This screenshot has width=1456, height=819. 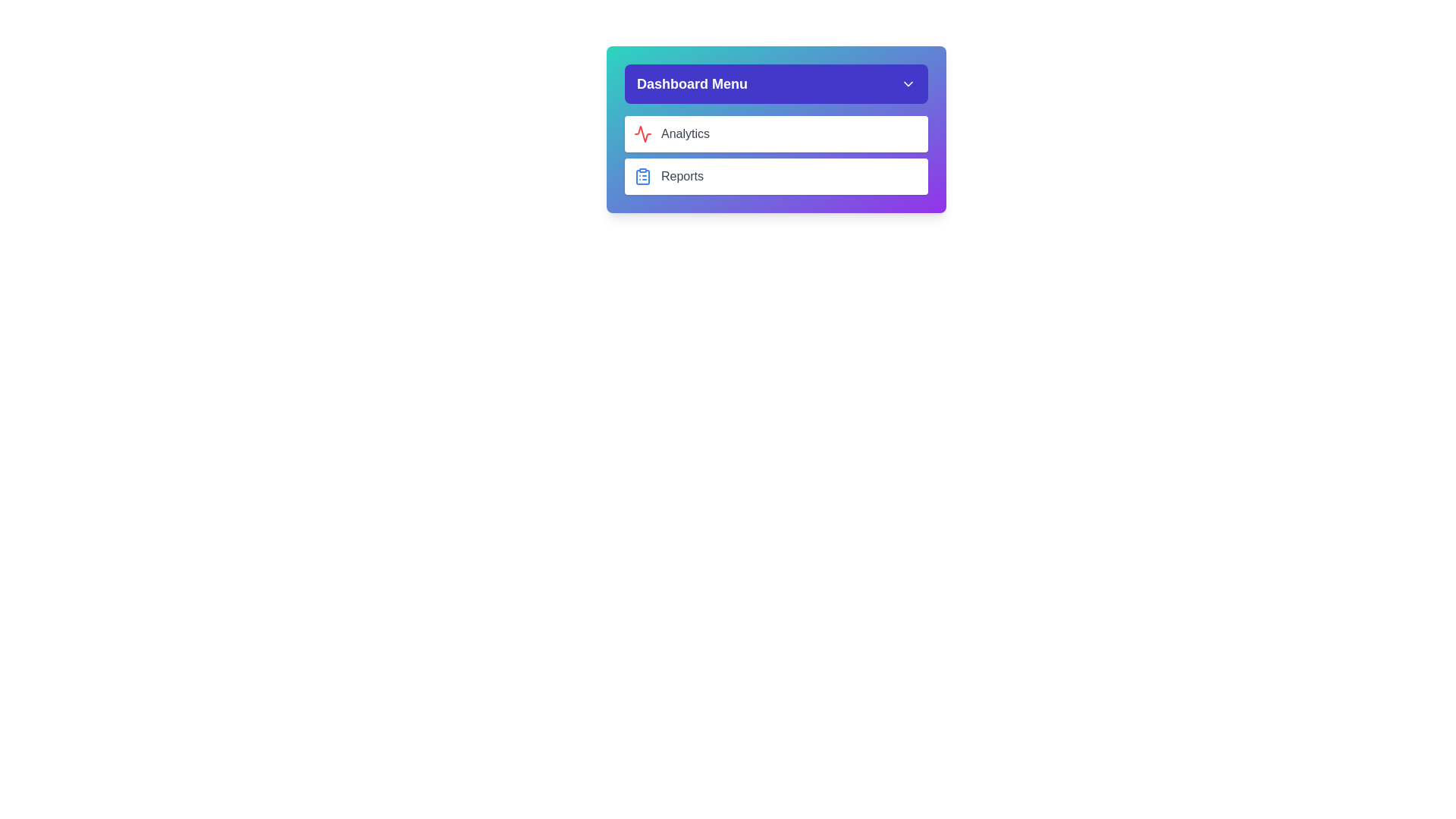 What do you see at coordinates (776, 175) in the screenshot?
I see `the 'Reports' button located in the 'Dashboard Menu' for keyboard navigation` at bounding box center [776, 175].